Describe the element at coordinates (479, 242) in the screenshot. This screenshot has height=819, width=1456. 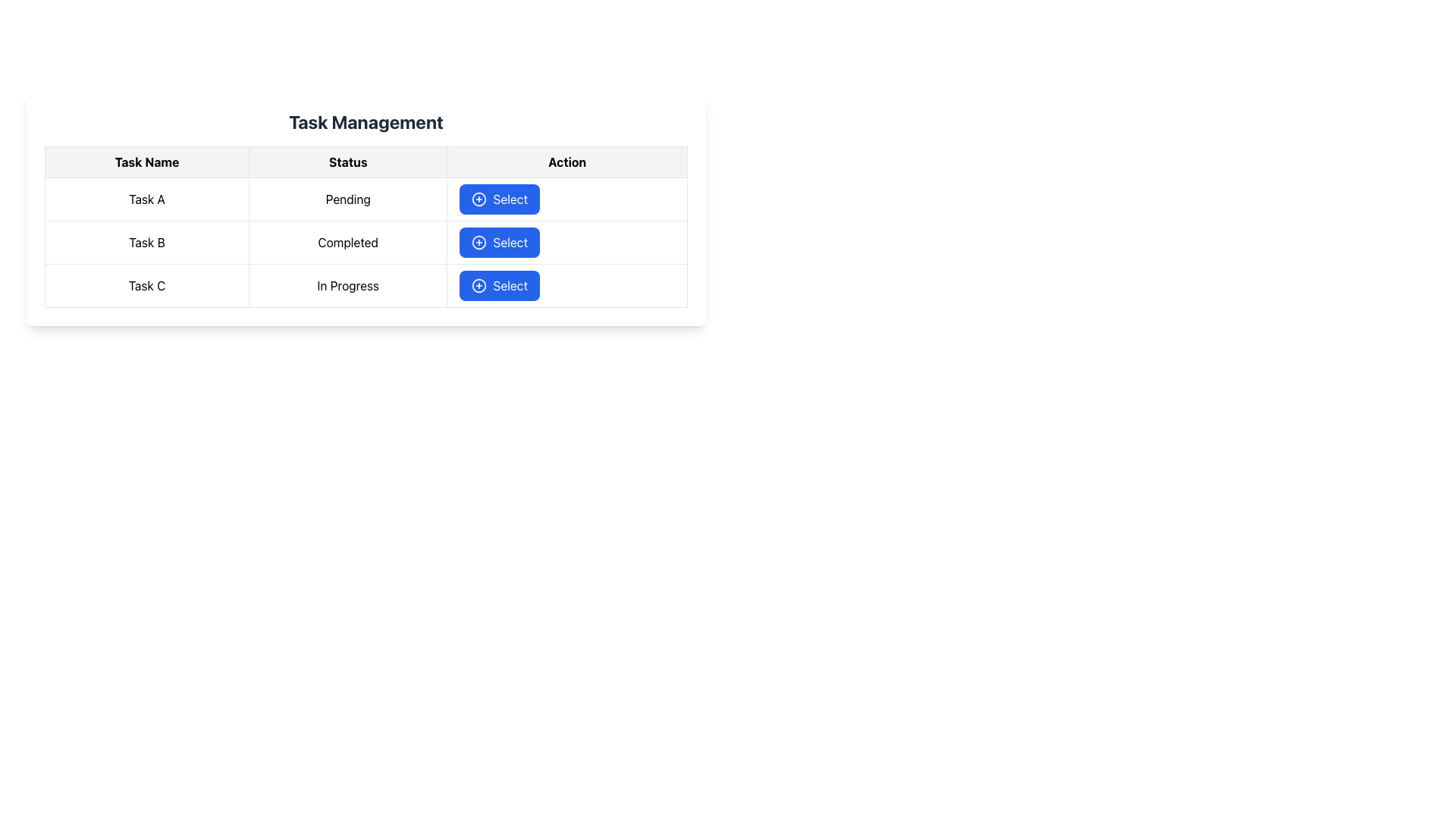
I see `the SVG Circle Icon Button in the 'Action' column of the second row of the 'Task Management' table, which represents an add or plus action` at that location.